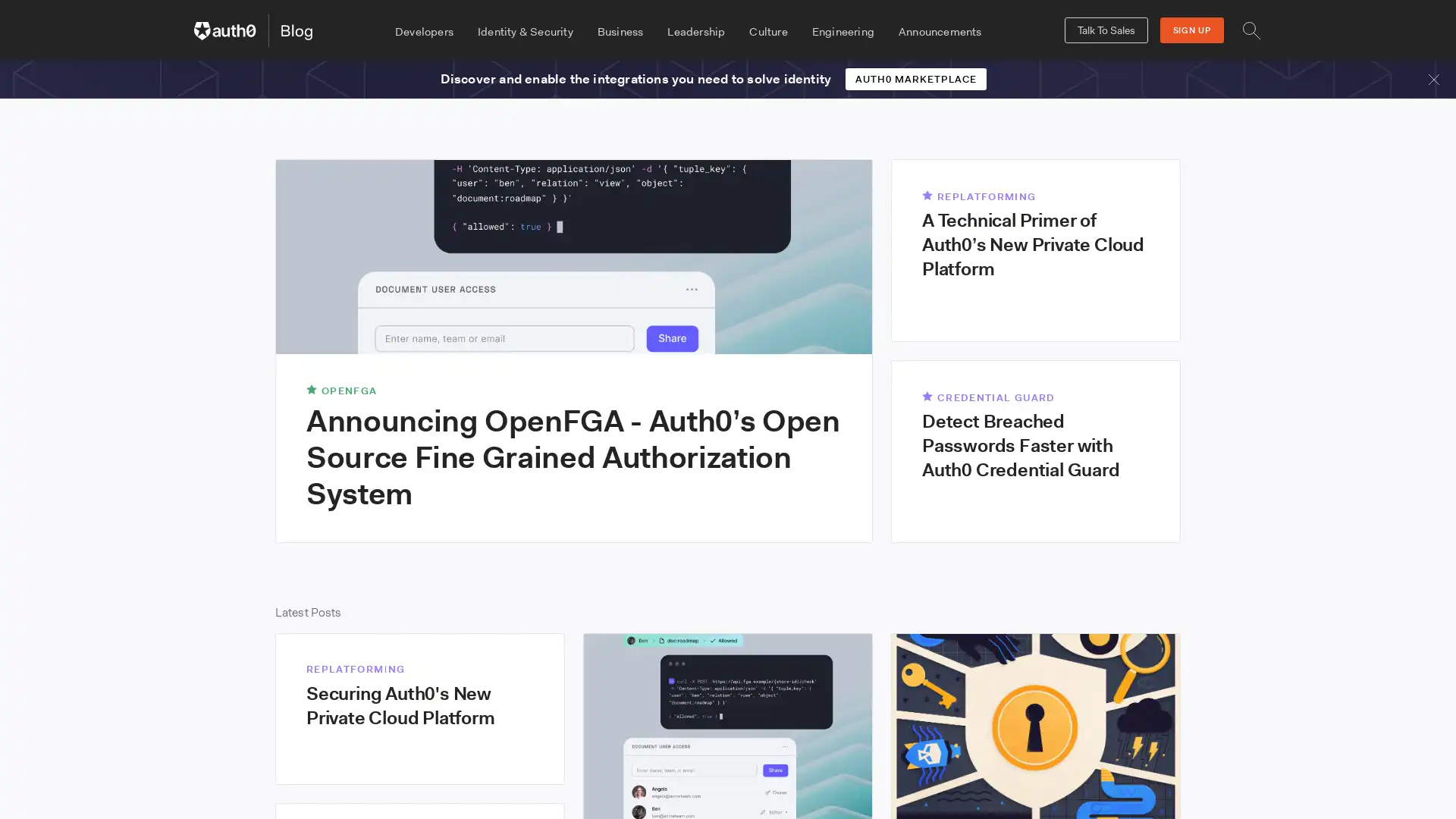 This screenshot has width=1456, height=819. What do you see at coordinates (1106, 30) in the screenshot?
I see `Talk To Sales` at bounding box center [1106, 30].